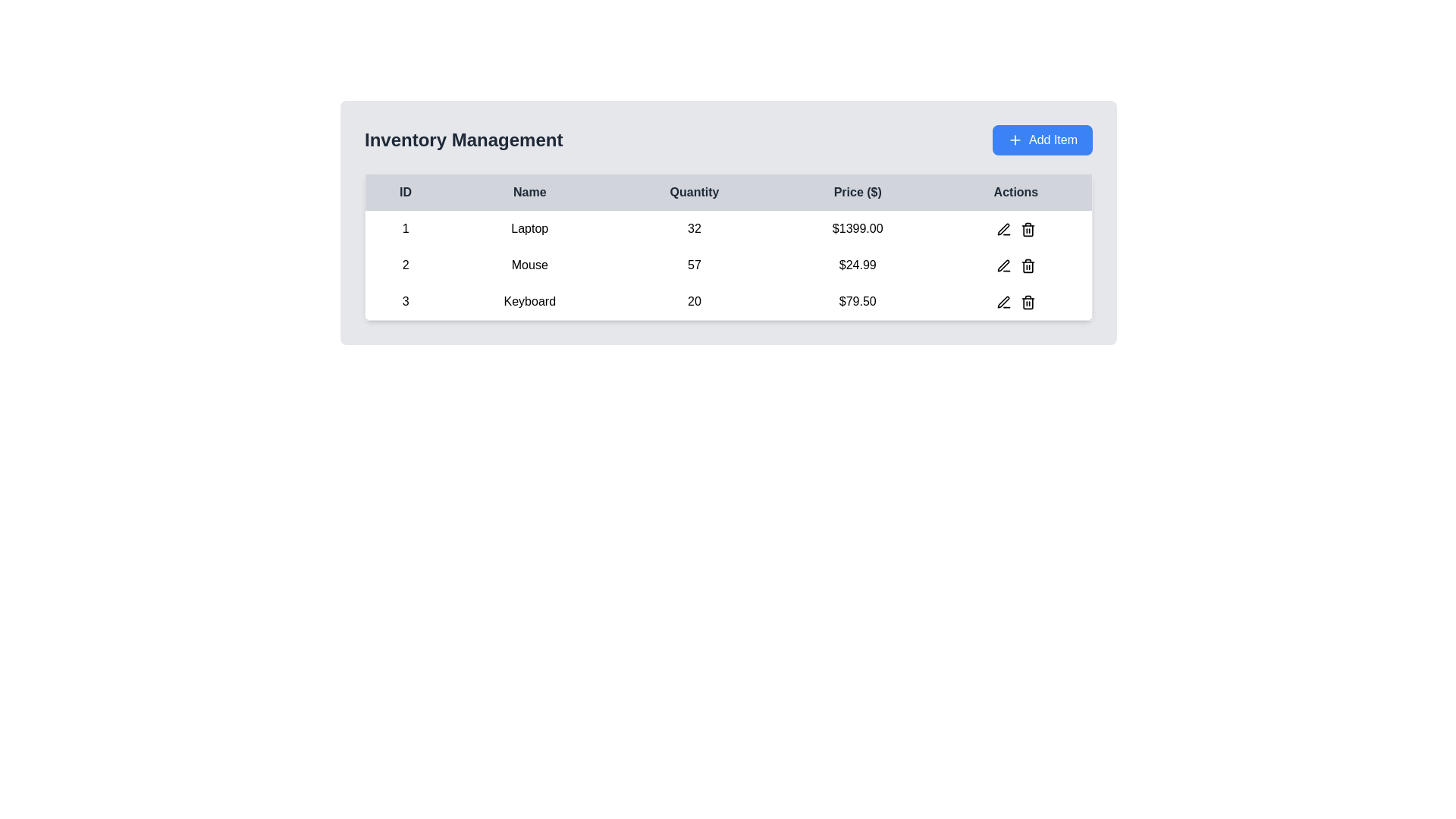 This screenshot has height=819, width=1456. What do you see at coordinates (405, 265) in the screenshot?
I see `the bold black number '2' in the first column of the structured table under the 'ID' header, located in the second row, immediately above '3' and below '1'` at bounding box center [405, 265].